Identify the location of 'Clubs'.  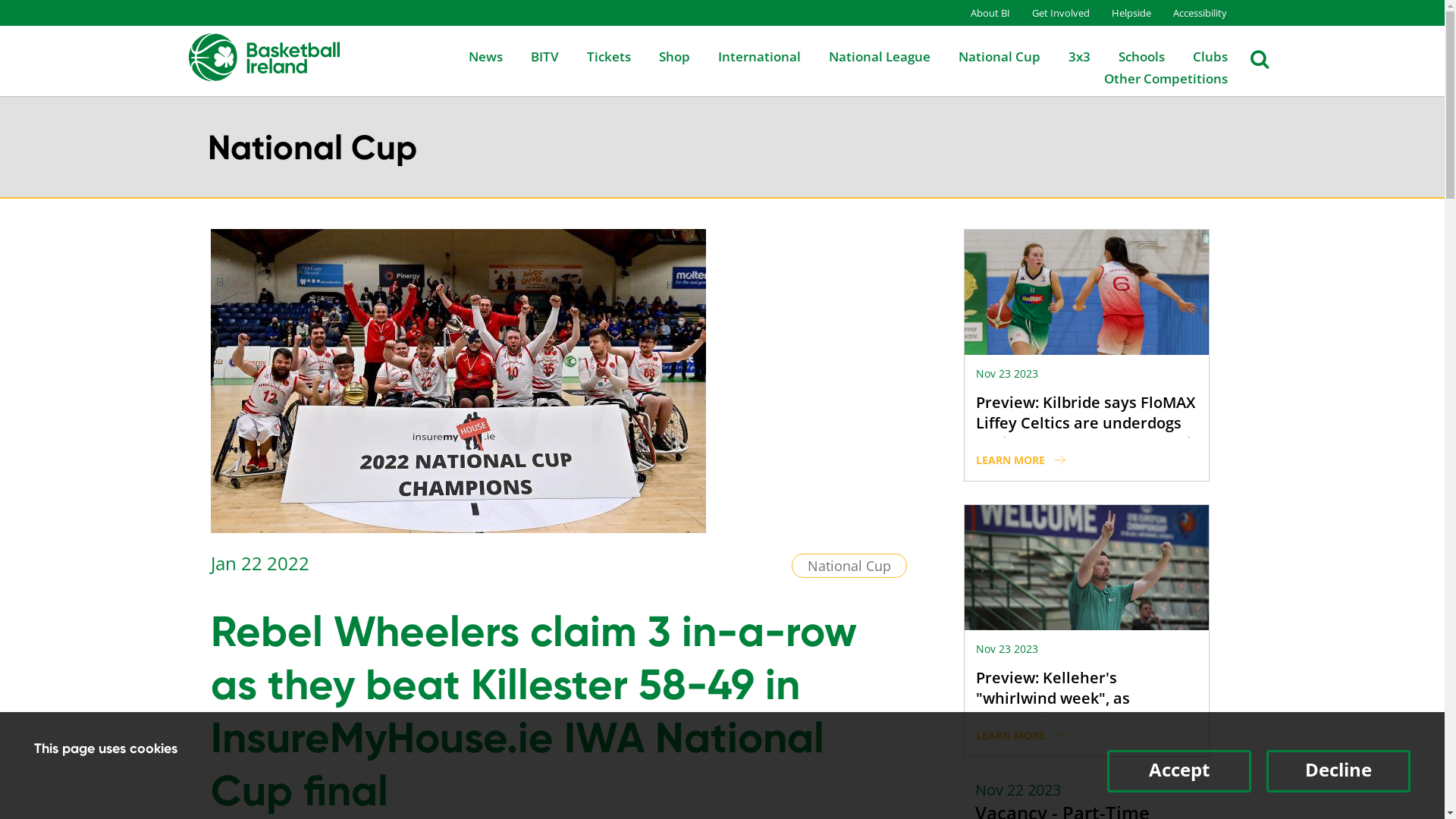
(1165, 55).